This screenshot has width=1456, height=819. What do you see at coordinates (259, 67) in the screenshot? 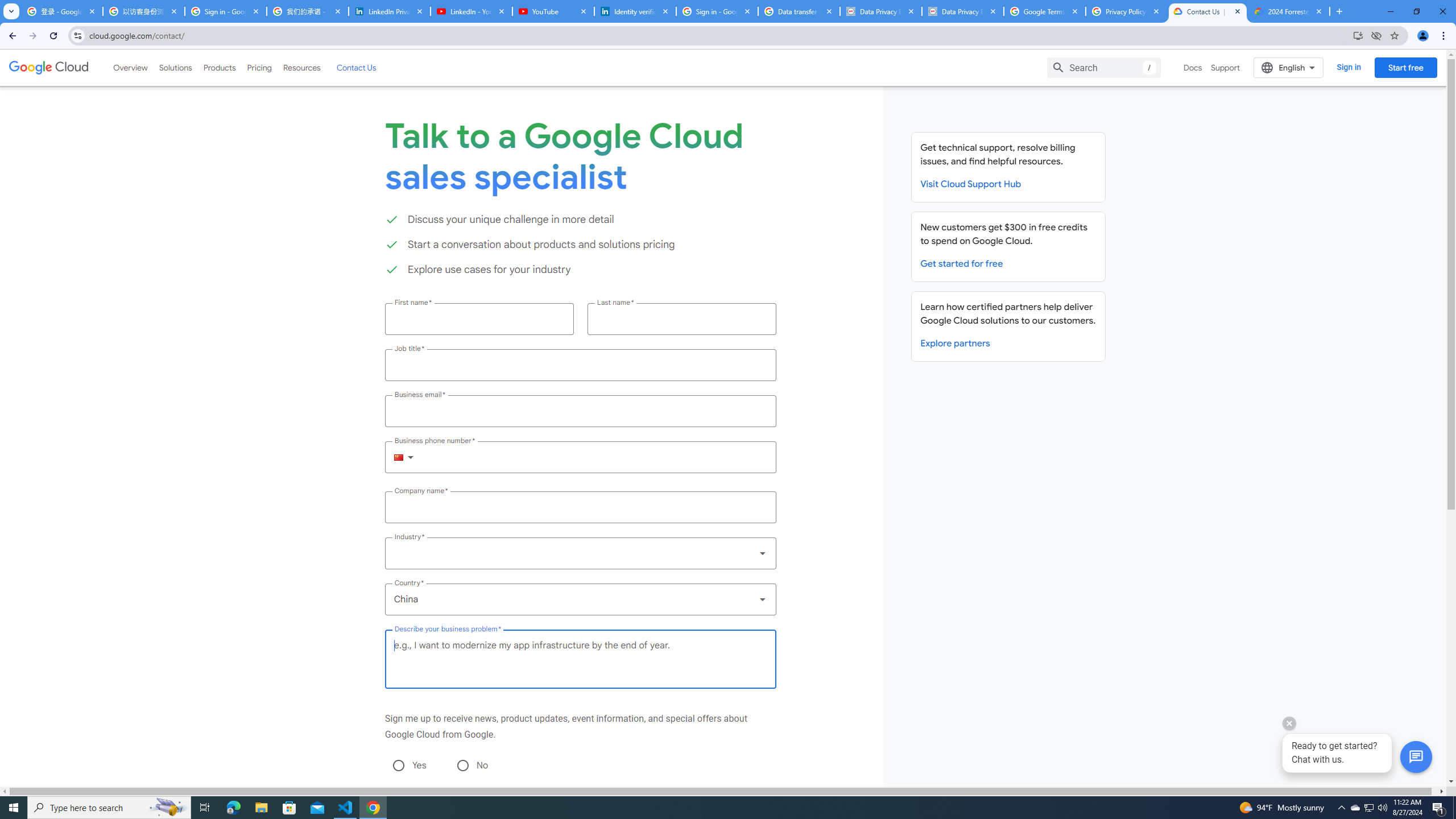
I see `'Pricing'` at bounding box center [259, 67].